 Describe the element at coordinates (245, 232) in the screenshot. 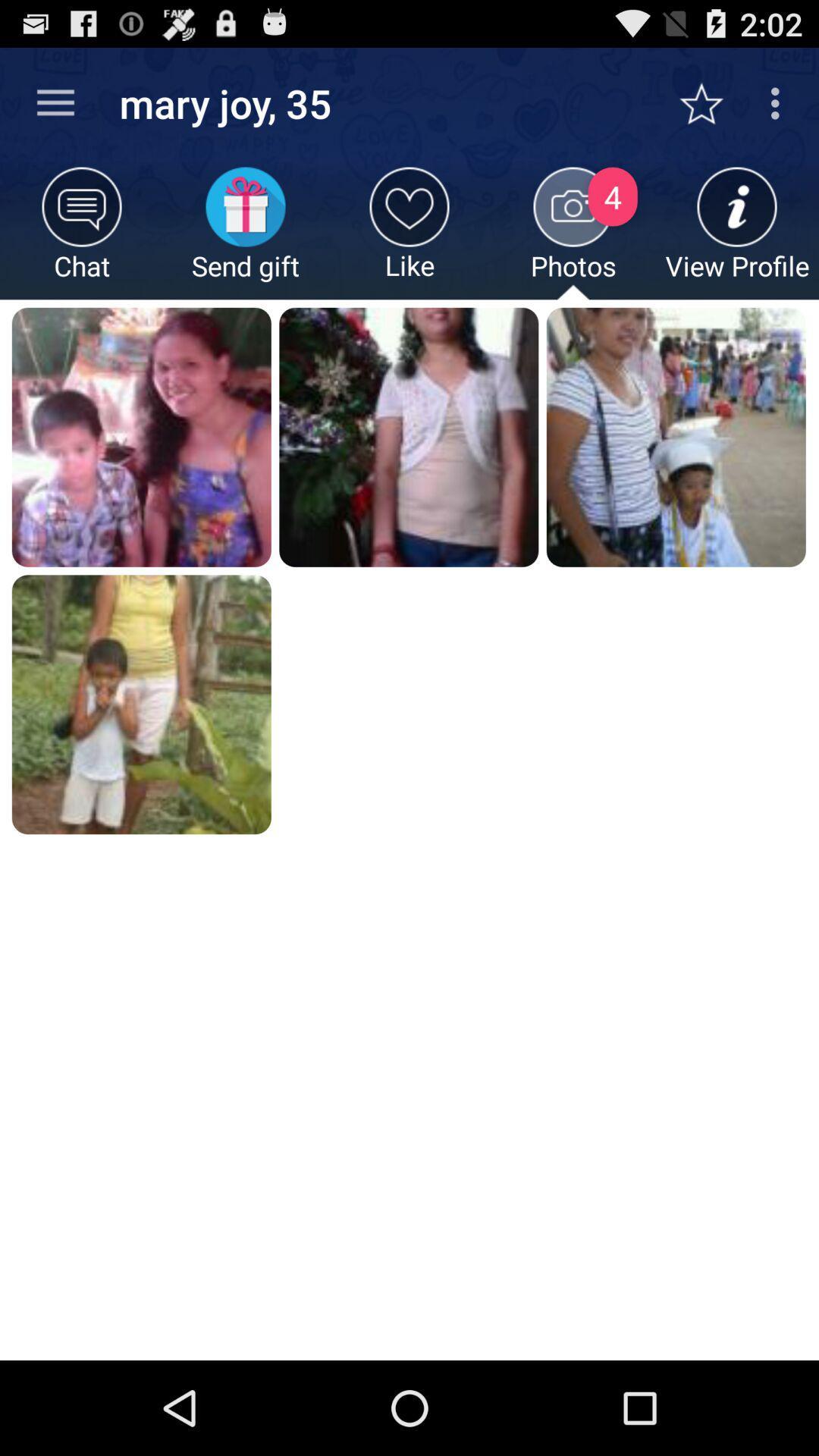

I see `app below mary joy, 35` at that location.